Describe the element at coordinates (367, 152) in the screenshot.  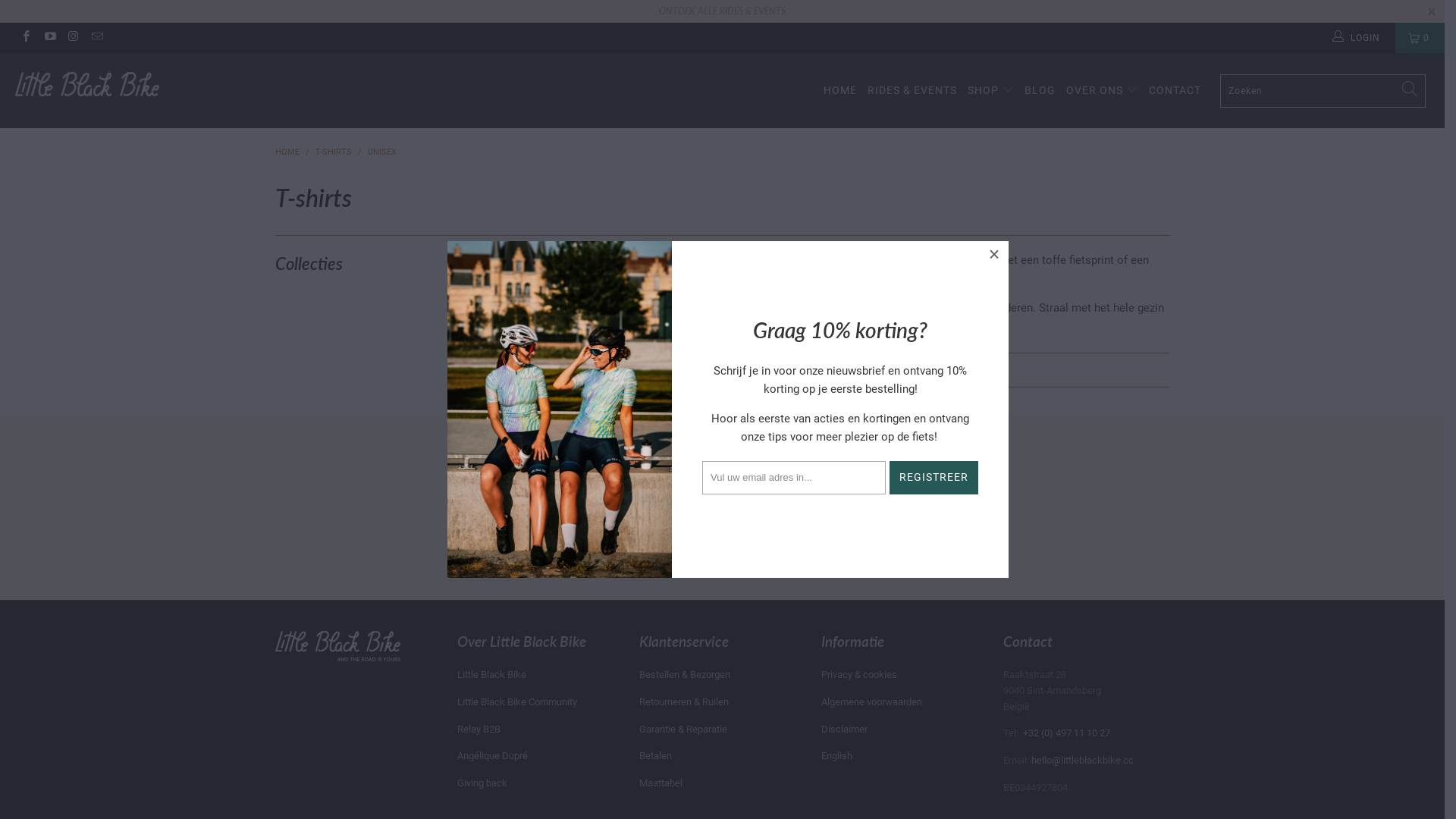
I see `'UNISEX'` at that location.